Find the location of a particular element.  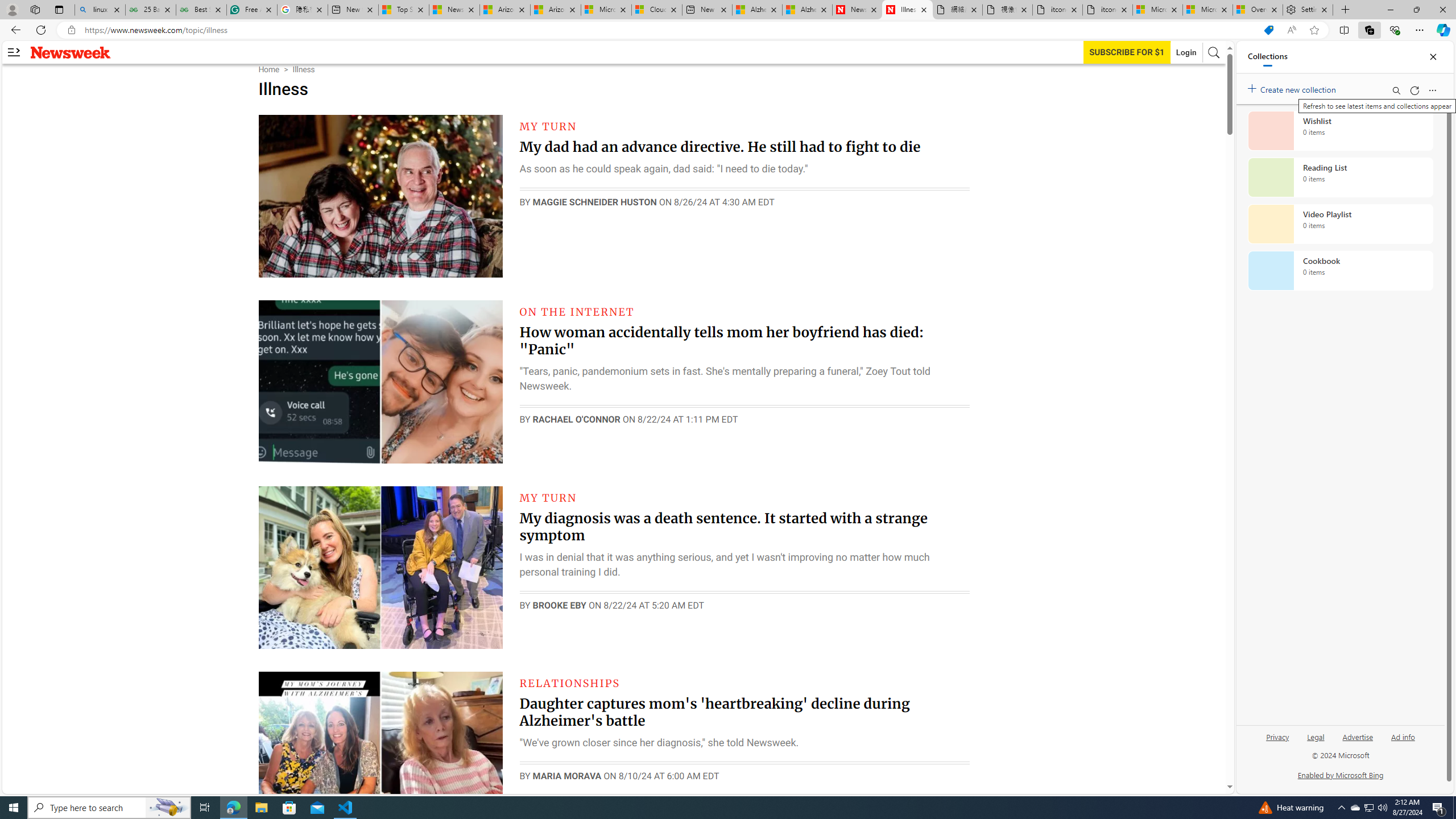

'RELATIONSHIPS' is located at coordinates (570, 682).